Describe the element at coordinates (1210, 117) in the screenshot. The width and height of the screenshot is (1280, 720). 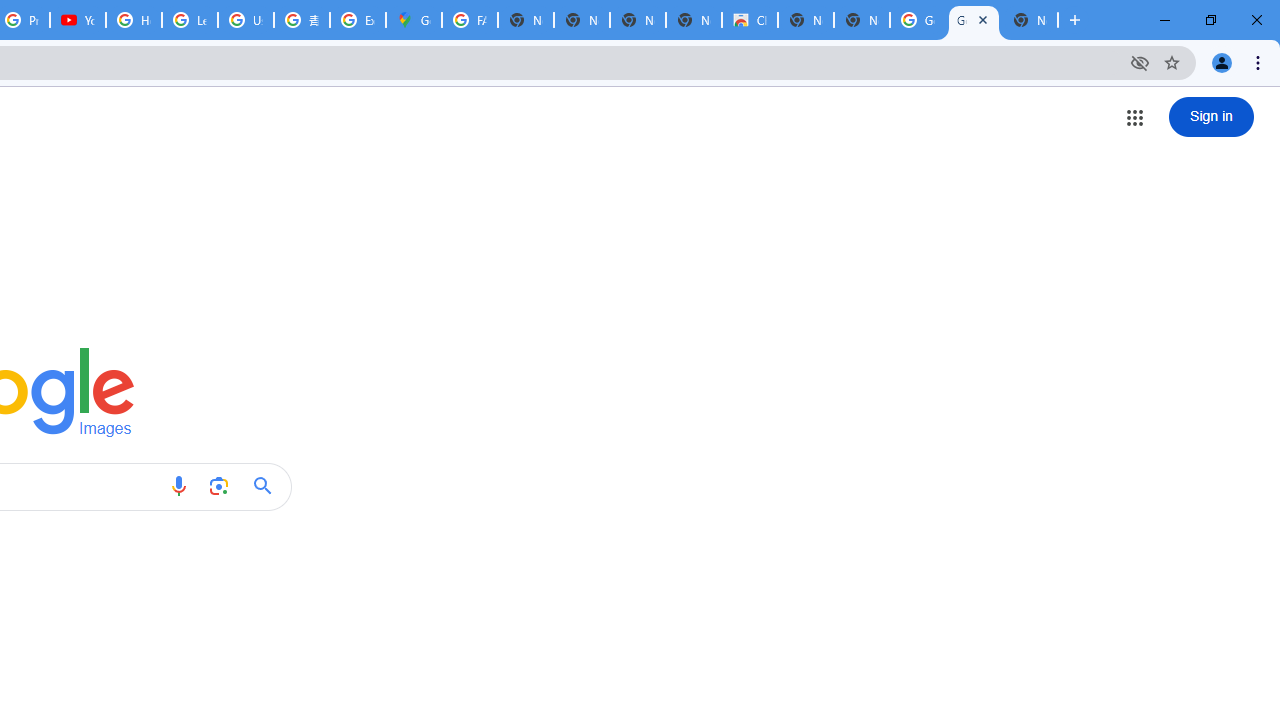
I see `'Sign in'` at that location.